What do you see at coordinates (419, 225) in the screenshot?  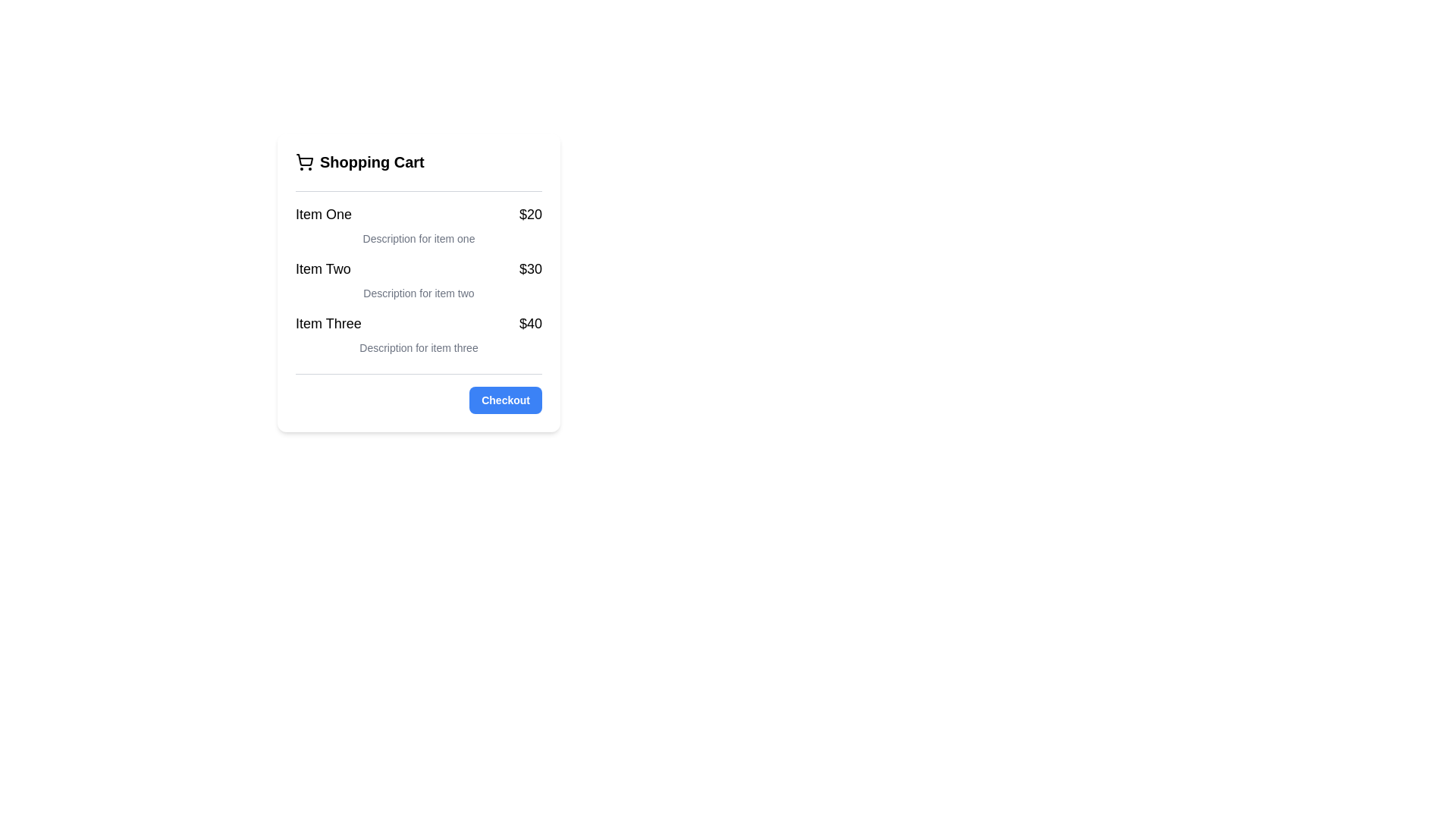 I see `item name 'Item One', its price '$20', and the description 'Description for item one' from the first item in the shopping cart interface` at bounding box center [419, 225].